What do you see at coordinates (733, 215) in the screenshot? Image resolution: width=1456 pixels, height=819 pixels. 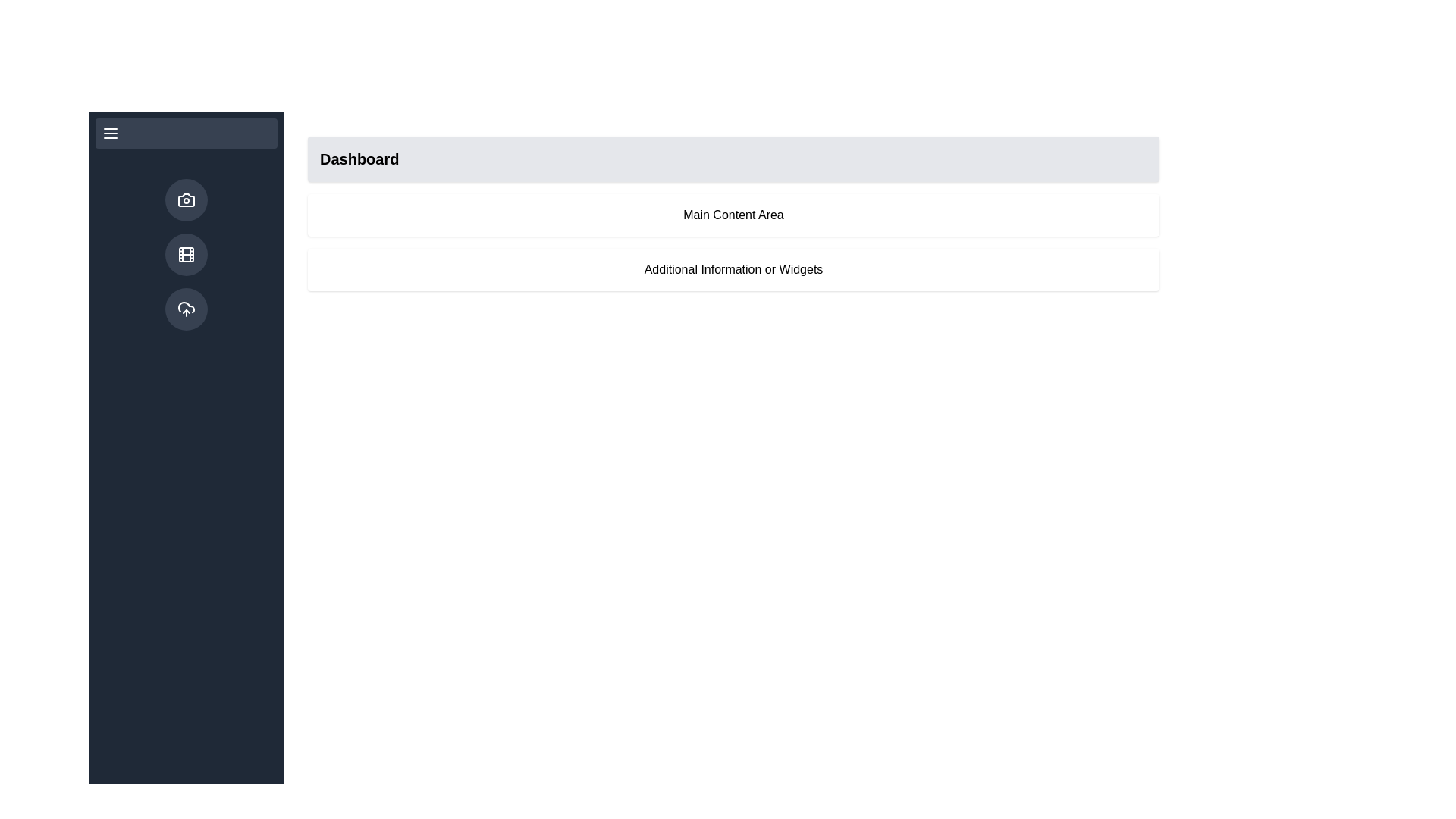 I see `text from the label displaying 'Main Content Area', which is styled with black text on a white background, located in the main content section below the 'Dashboard' heading` at bounding box center [733, 215].